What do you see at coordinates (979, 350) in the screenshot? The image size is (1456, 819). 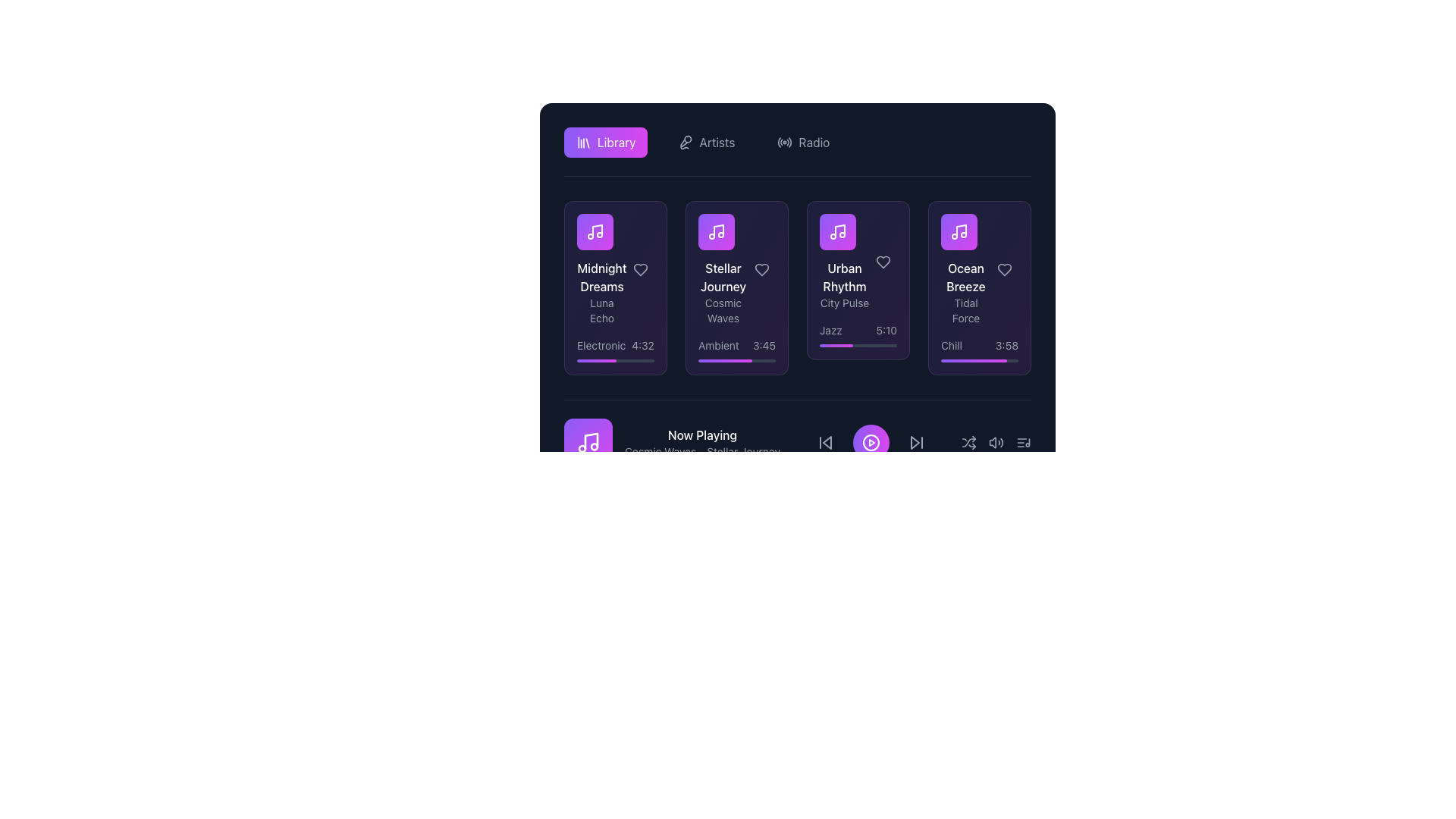 I see `the Progress bar displaying the title 'Chill' and duration '3:58' located at the bottom of the 'Ocean Breeze' card, beneath 'Tidal Force'` at bounding box center [979, 350].